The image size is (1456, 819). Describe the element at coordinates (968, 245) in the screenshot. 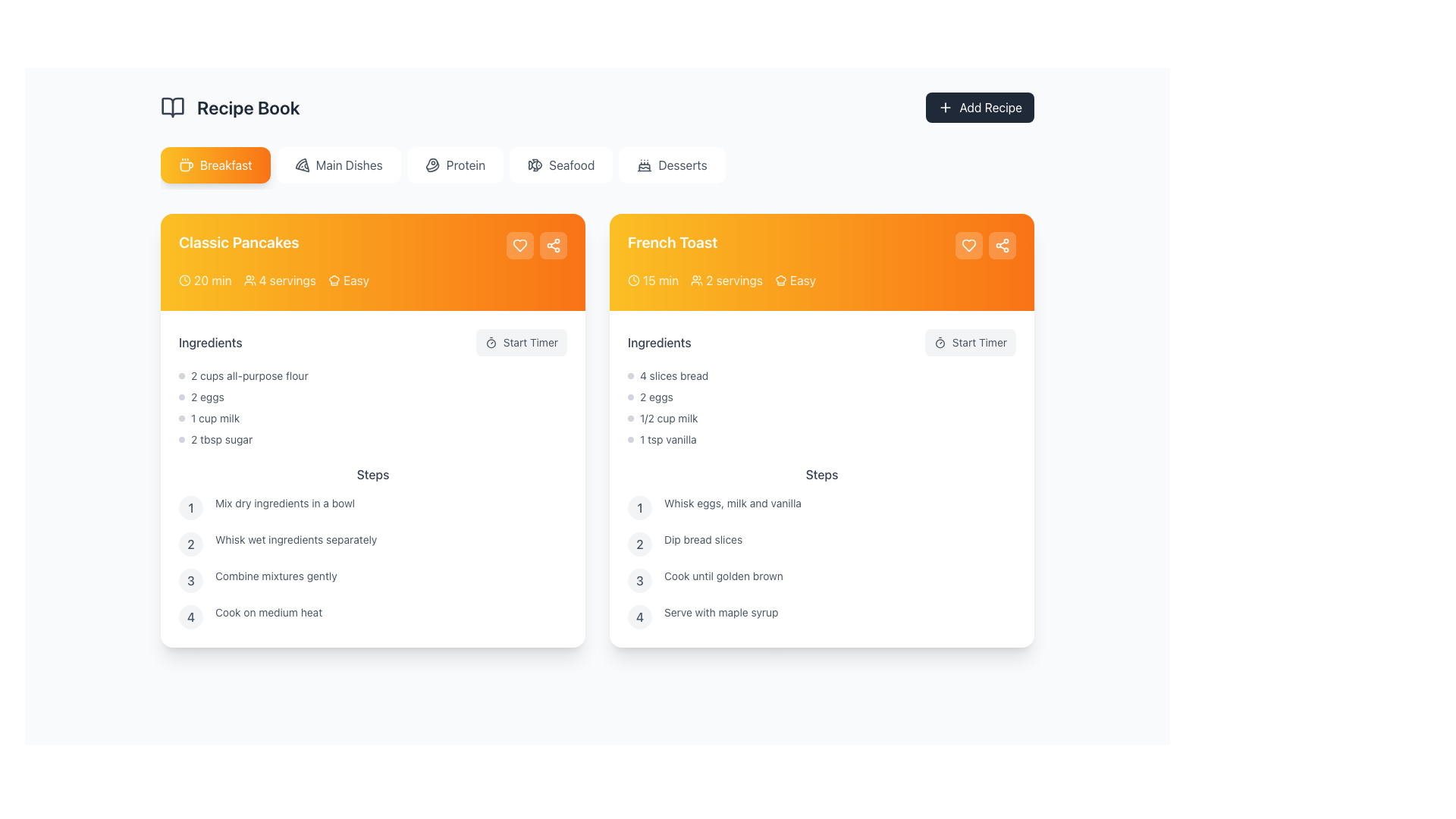

I see `the rounded square button with a light orange background and a white heart icon` at that location.